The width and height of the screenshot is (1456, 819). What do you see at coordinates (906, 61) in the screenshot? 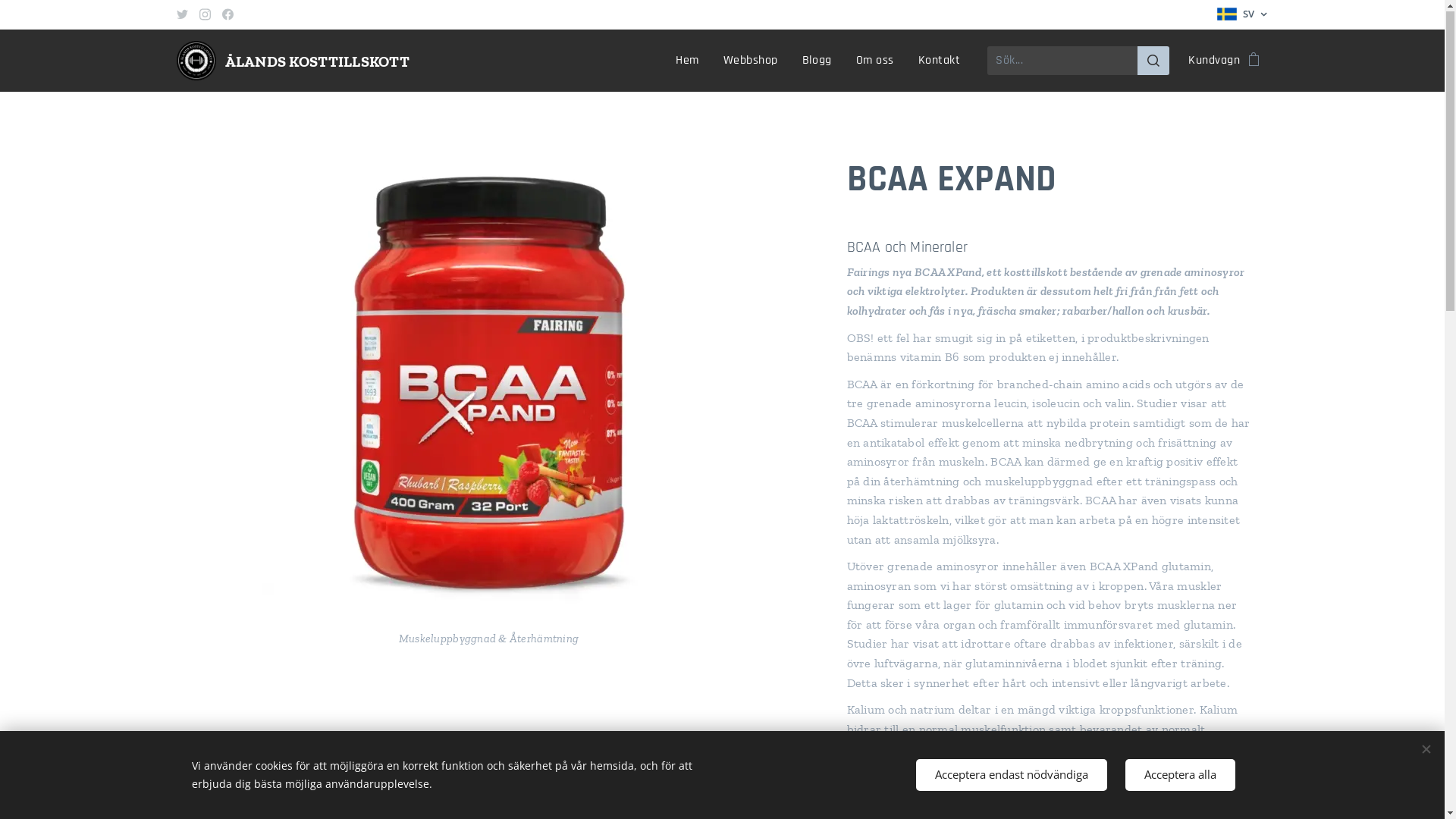
I see `'Kontakt'` at bounding box center [906, 61].